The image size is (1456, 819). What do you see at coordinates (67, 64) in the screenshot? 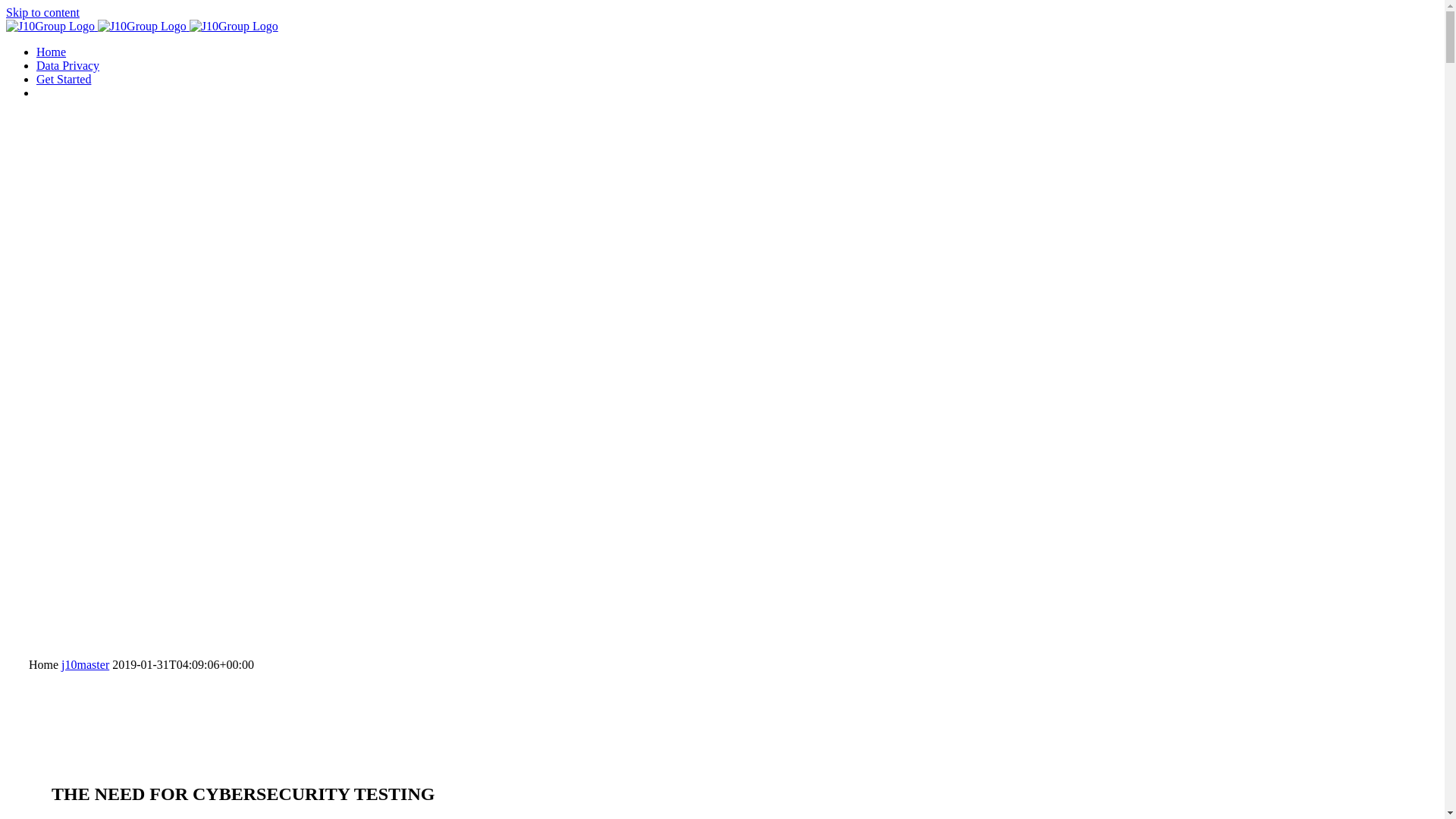
I see `'Data Privacy'` at bounding box center [67, 64].